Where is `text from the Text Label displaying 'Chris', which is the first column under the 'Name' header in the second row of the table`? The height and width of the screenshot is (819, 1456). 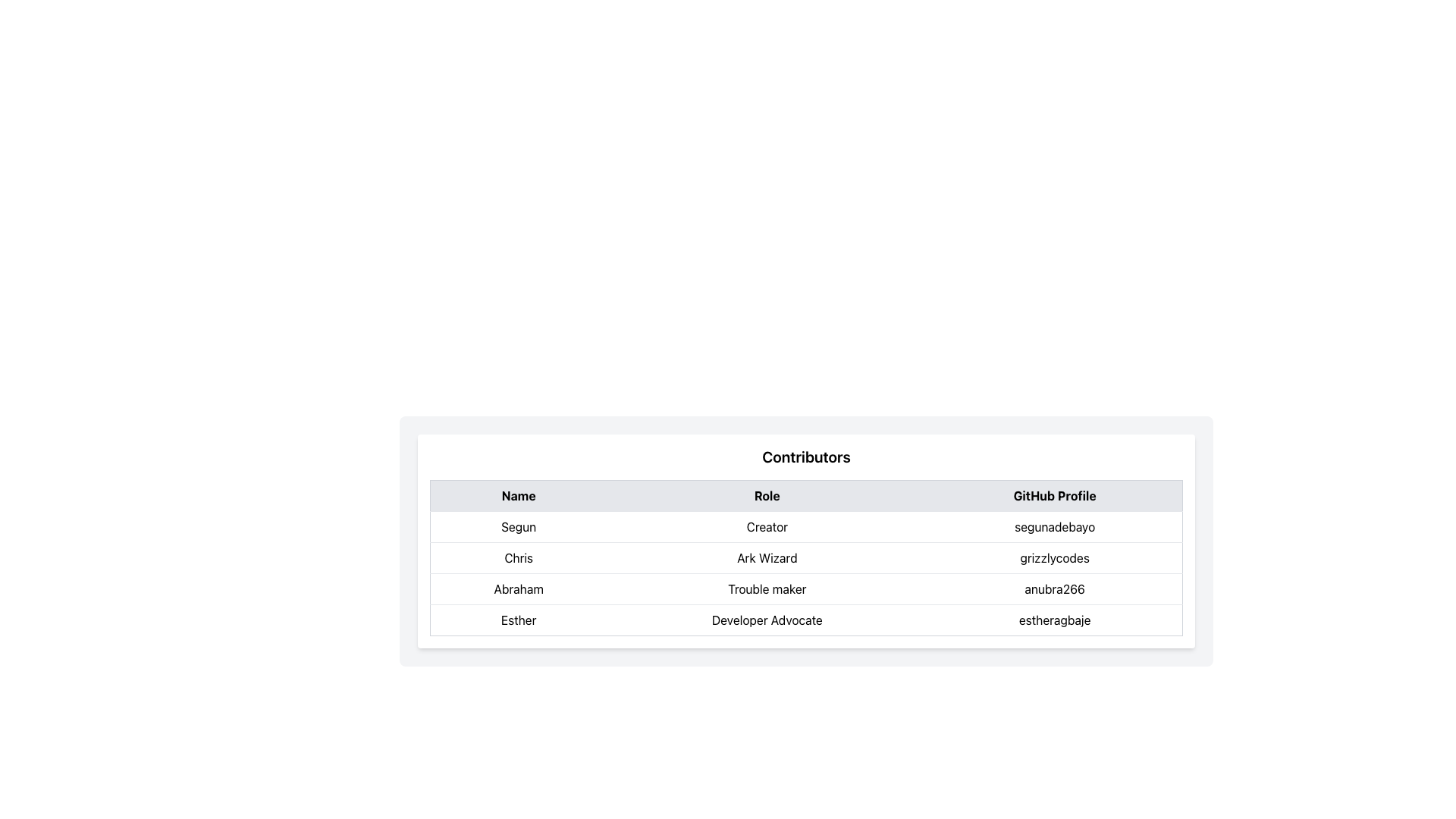
text from the Text Label displaying 'Chris', which is the first column under the 'Name' header in the second row of the table is located at coordinates (518, 558).